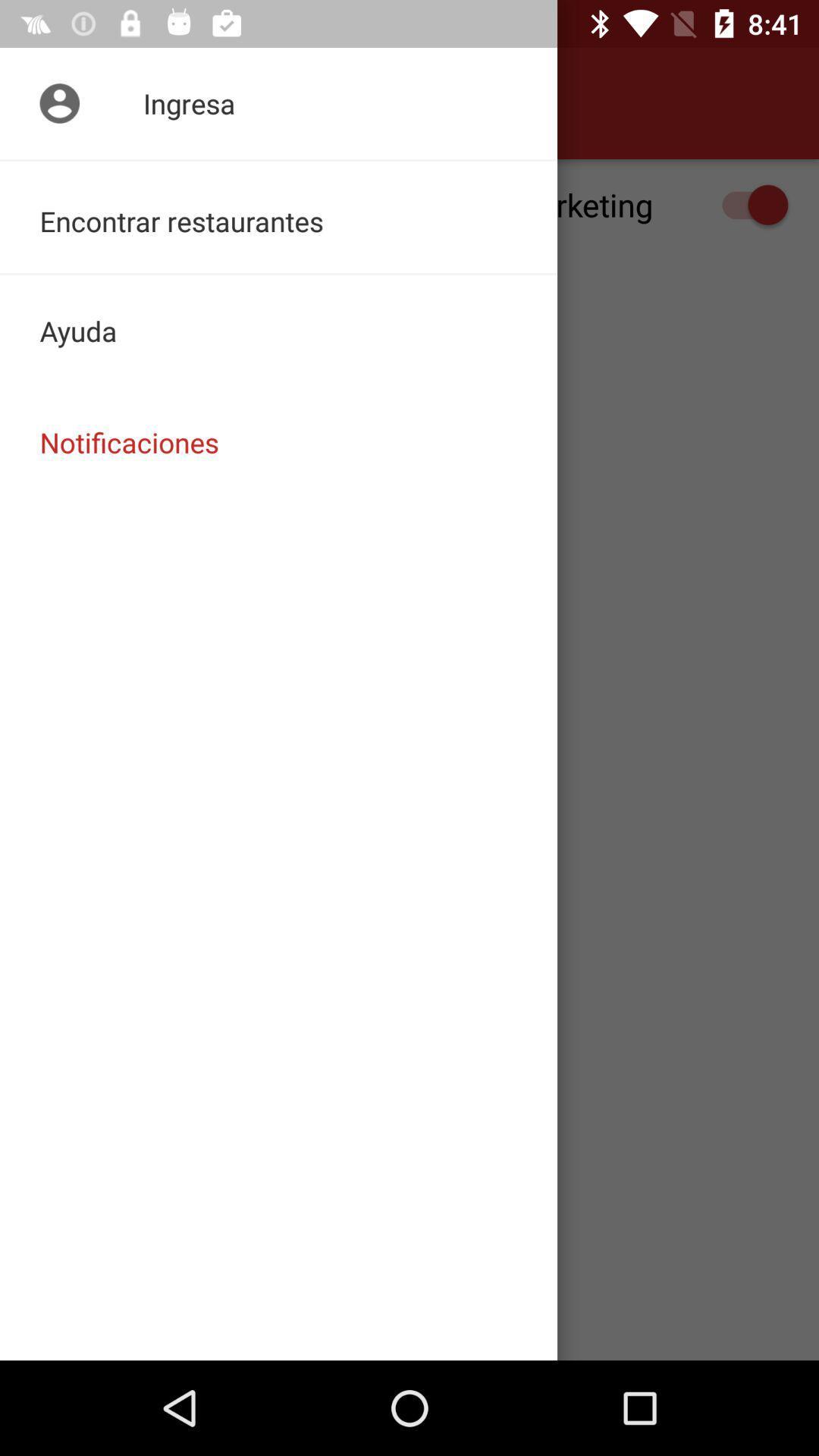  What do you see at coordinates (278, 102) in the screenshot?
I see `the ingresa icon` at bounding box center [278, 102].